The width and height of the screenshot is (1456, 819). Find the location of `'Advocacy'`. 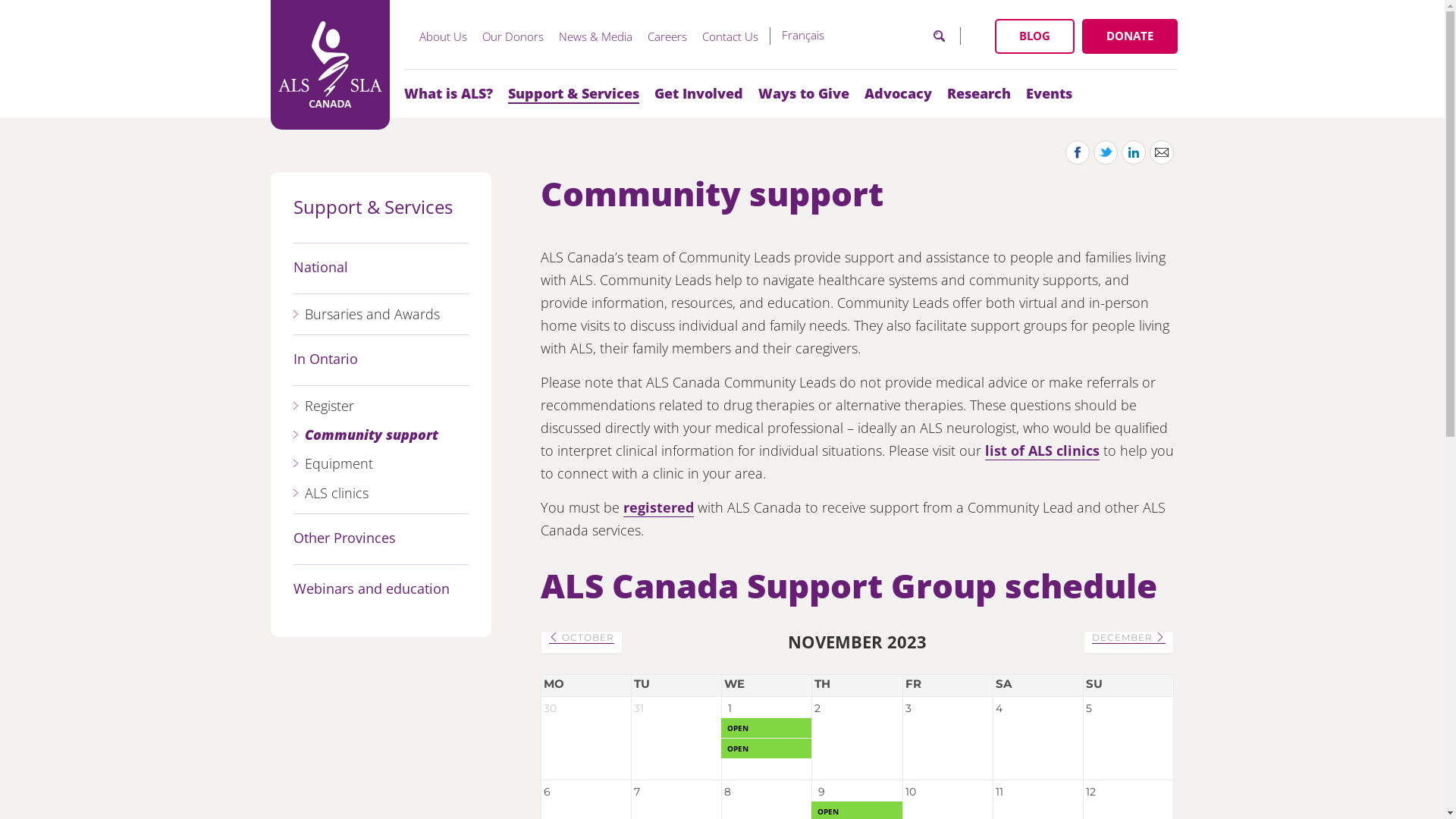

'Advocacy' is located at coordinates (864, 93).